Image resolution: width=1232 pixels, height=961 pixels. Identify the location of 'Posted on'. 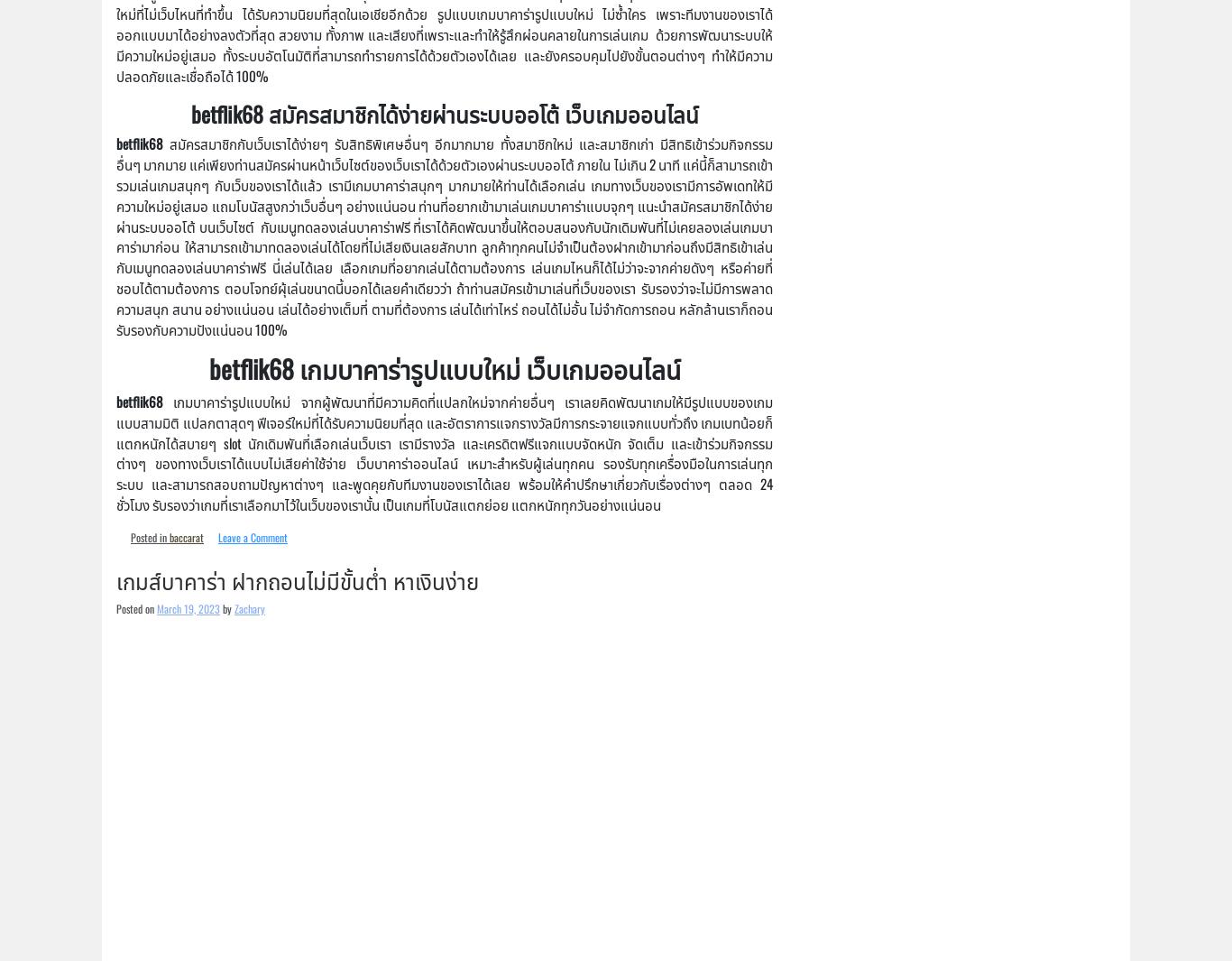
(135, 607).